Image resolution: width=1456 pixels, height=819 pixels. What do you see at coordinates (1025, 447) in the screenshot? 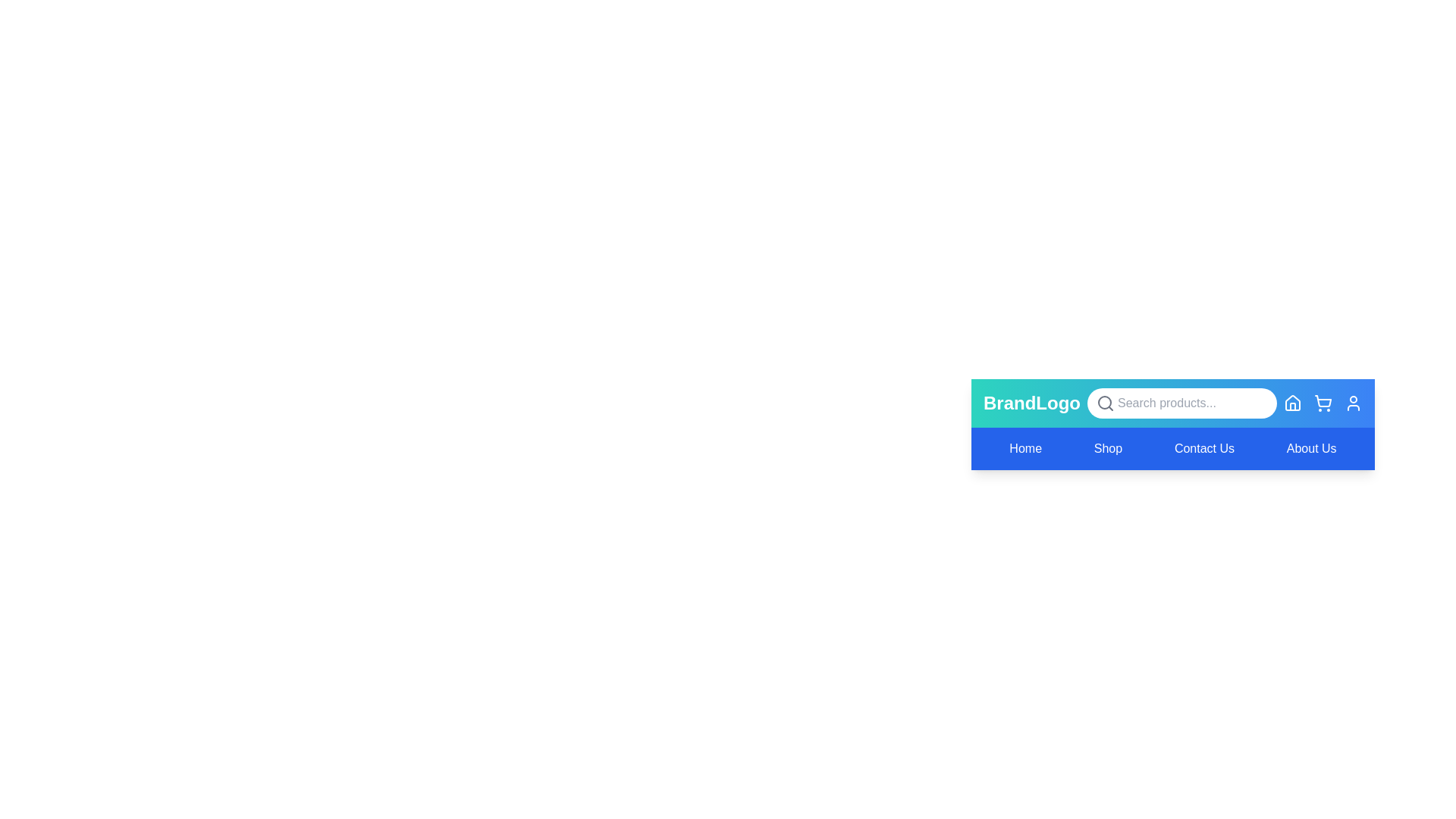
I see `the menu item labeled Home to observe its hover effect` at bounding box center [1025, 447].